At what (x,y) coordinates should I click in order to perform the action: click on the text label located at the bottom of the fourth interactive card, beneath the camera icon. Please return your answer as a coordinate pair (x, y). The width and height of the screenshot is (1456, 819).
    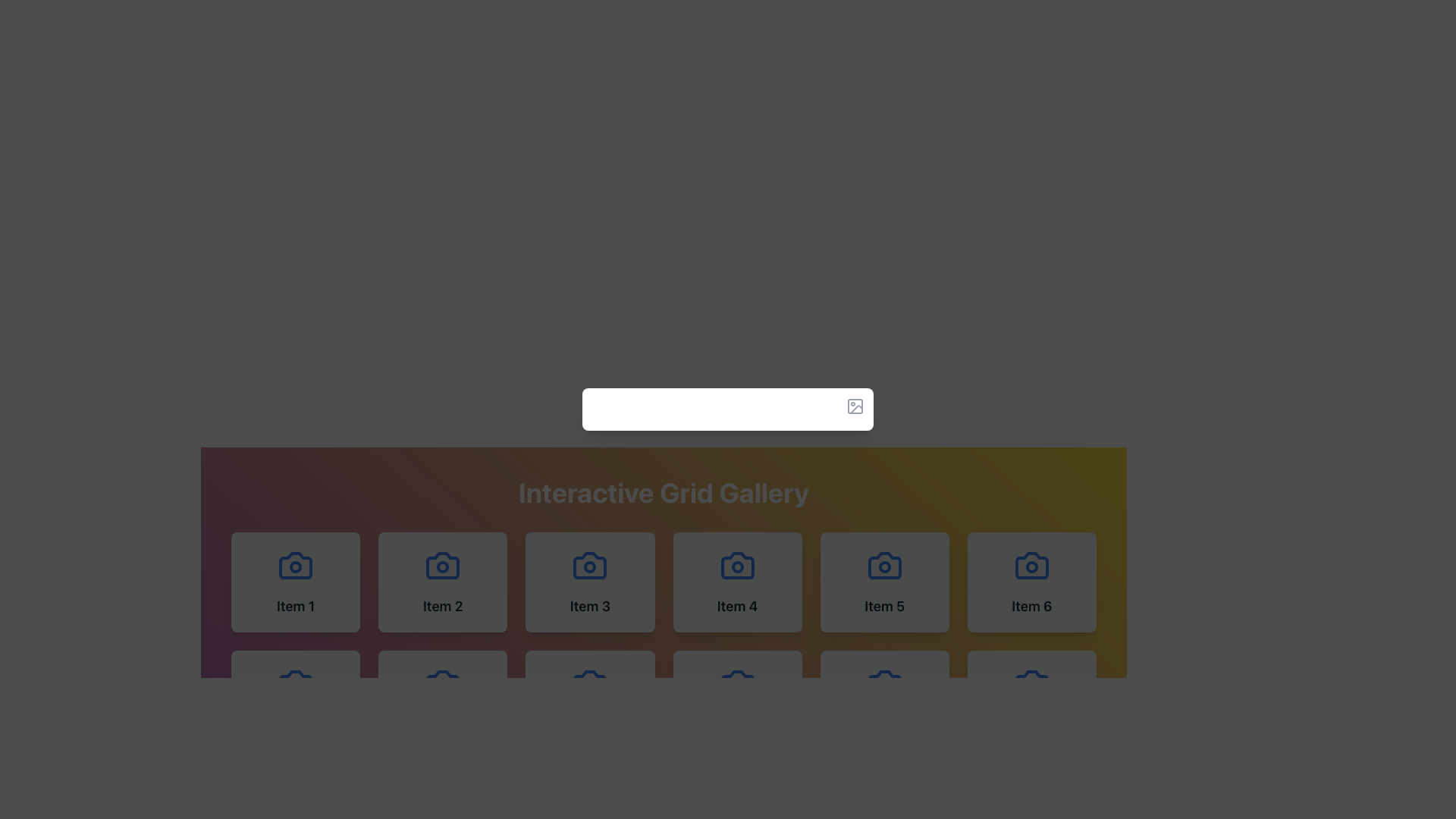
    Looking at the image, I should click on (737, 605).